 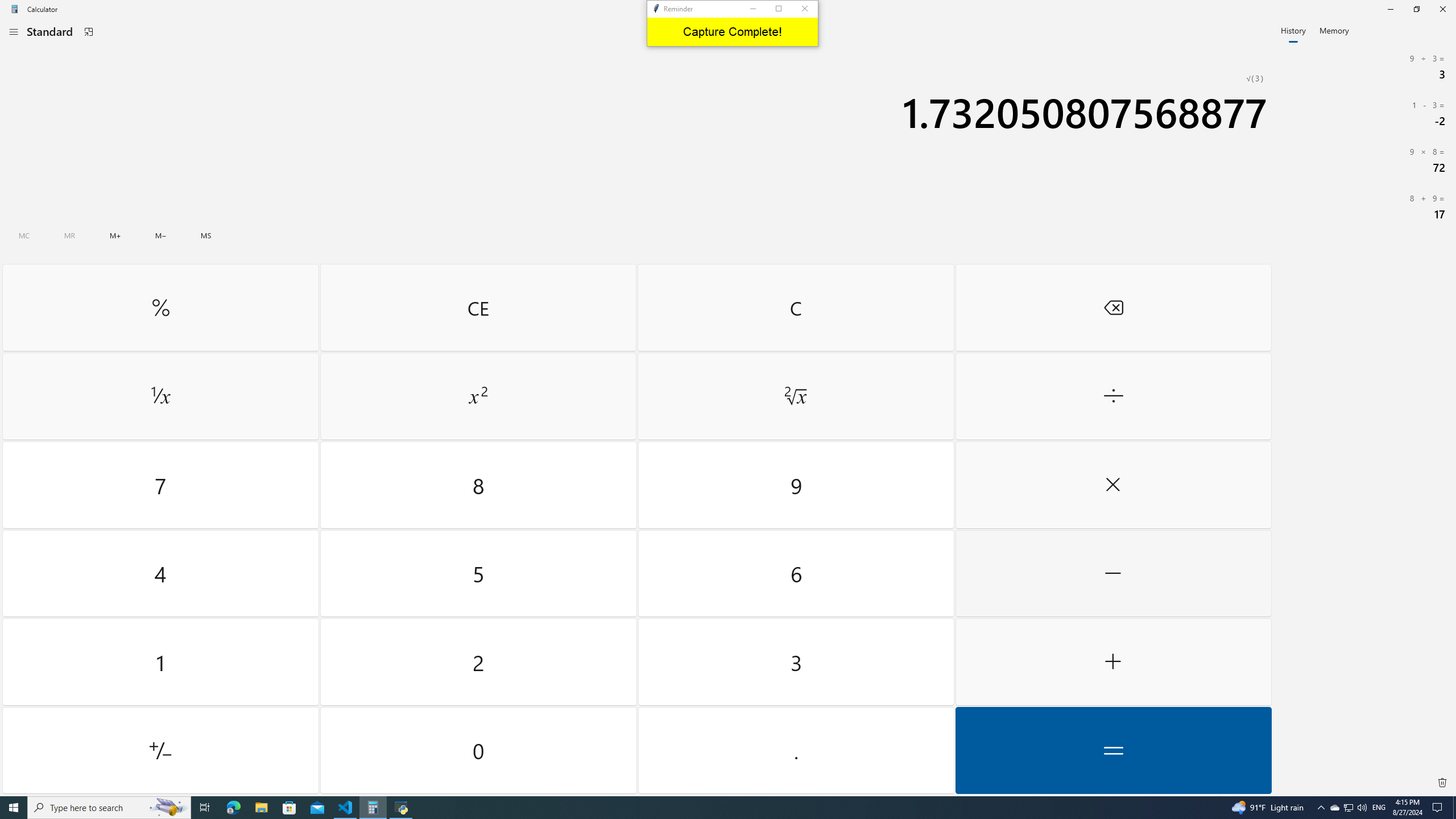 I want to click on 'Clear all history', so click(x=1442, y=781).